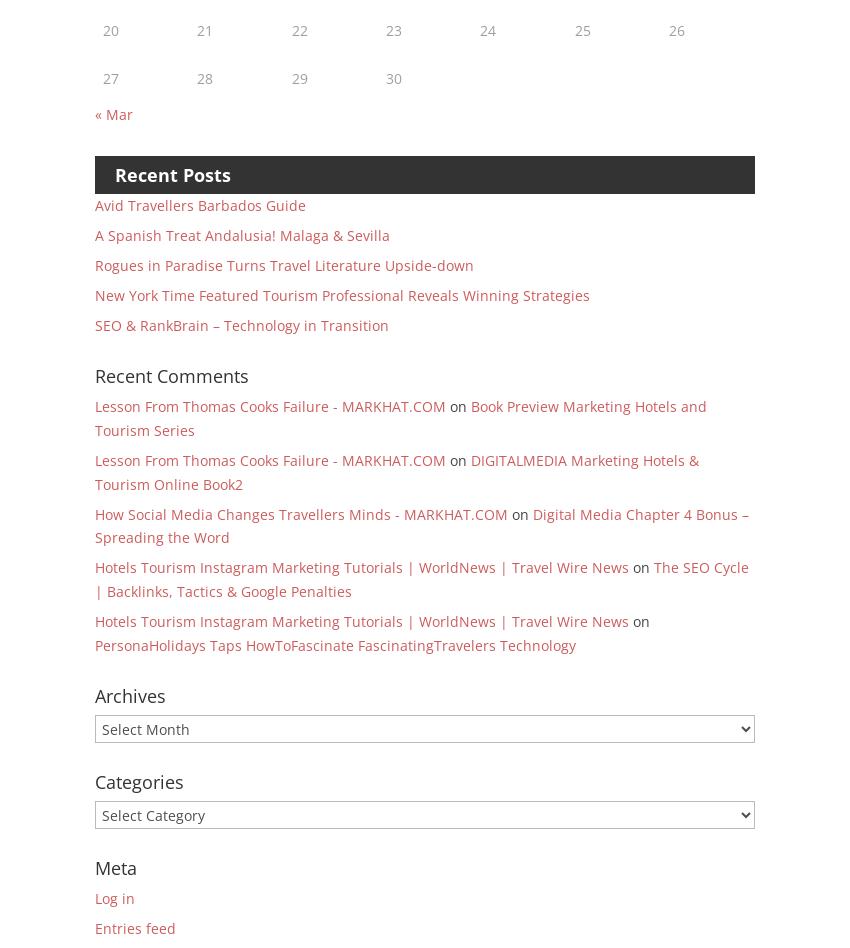 This screenshot has width=850, height=948. I want to click on 'Log in', so click(114, 897).